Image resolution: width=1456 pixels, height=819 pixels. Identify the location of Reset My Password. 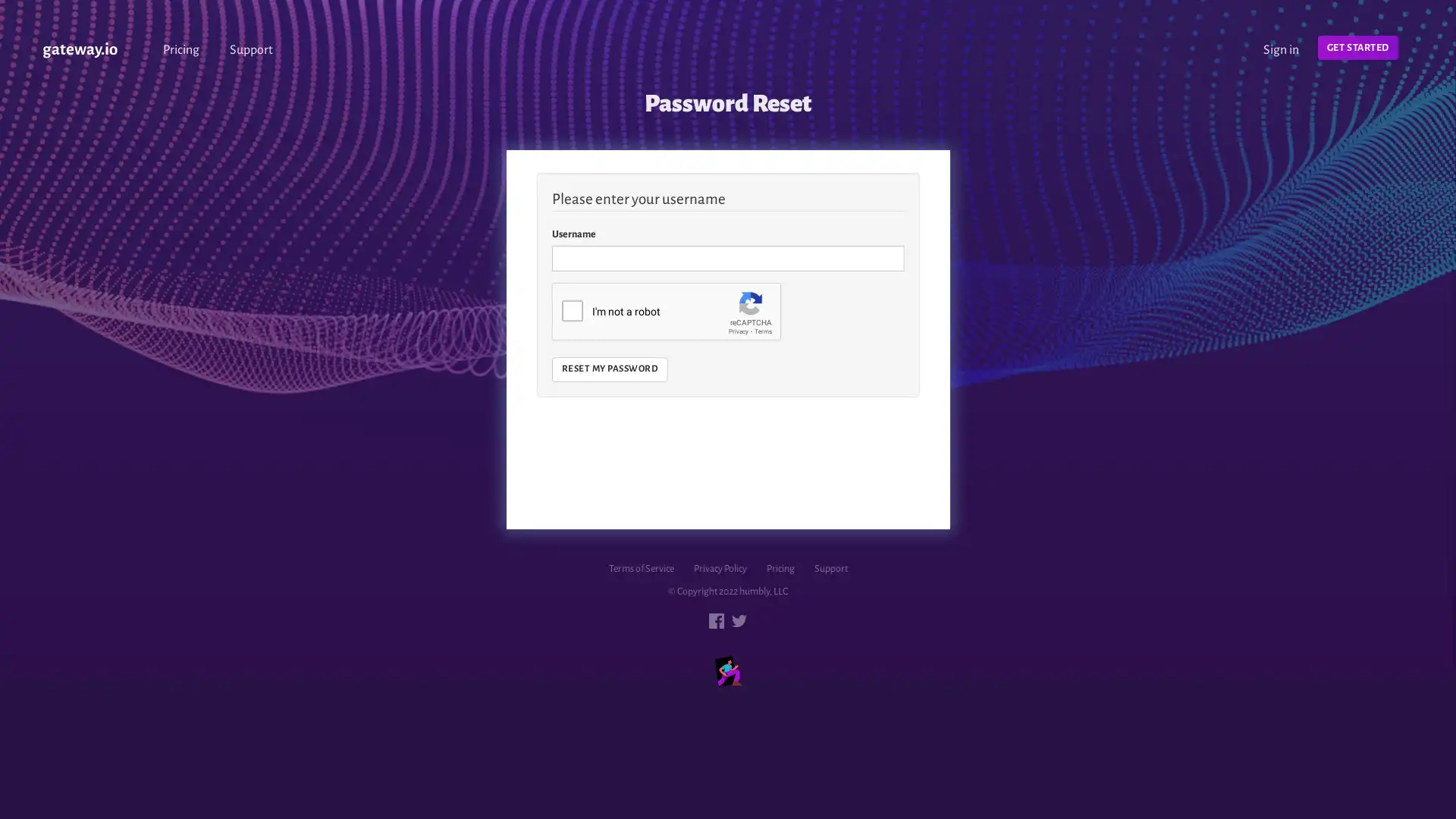
(610, 369).